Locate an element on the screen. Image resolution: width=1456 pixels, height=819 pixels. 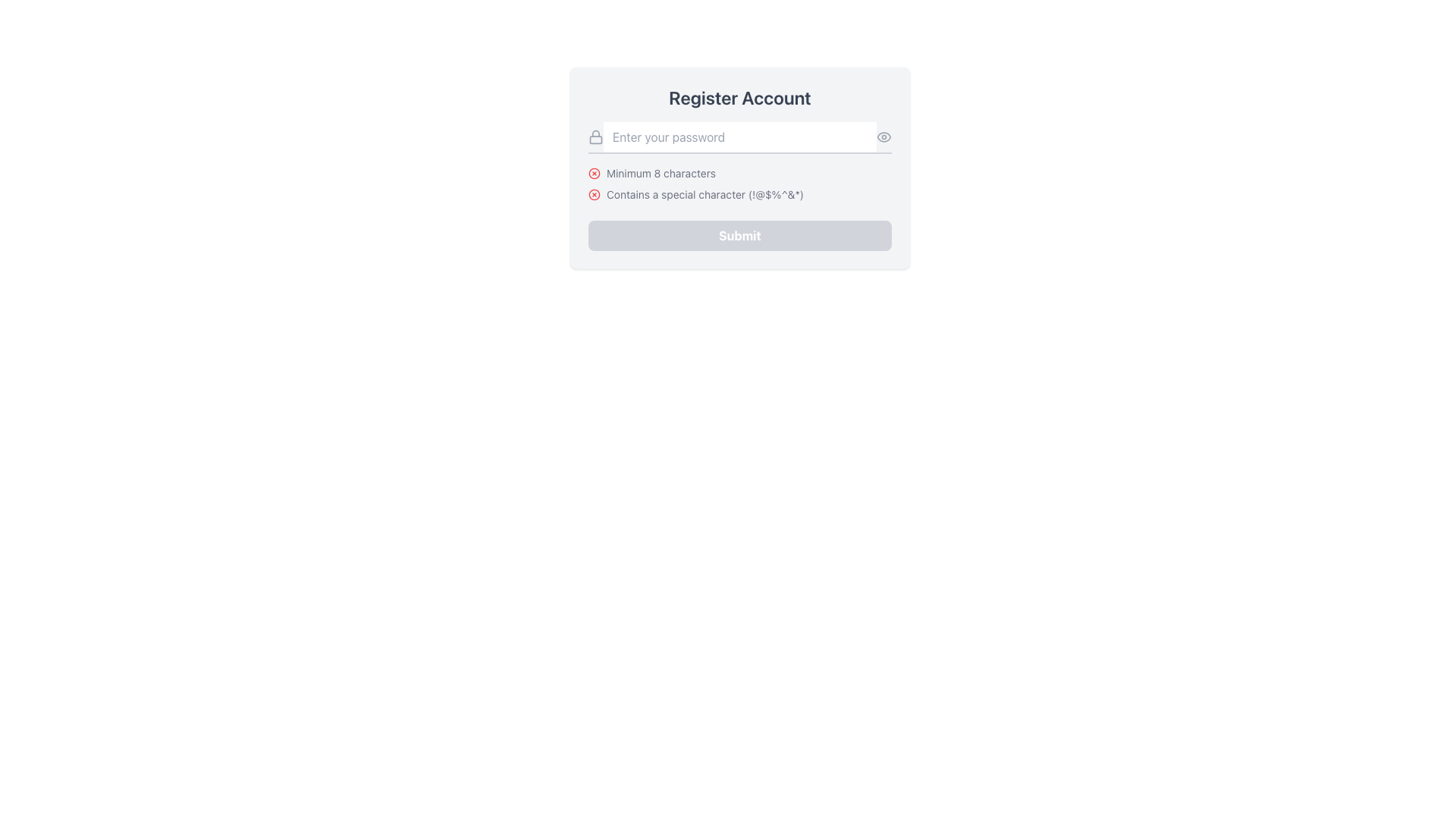
the password entry icon located at the far left of the input field, which indicates that the adjacent field is for password entry is located at coordinates (595, 137).